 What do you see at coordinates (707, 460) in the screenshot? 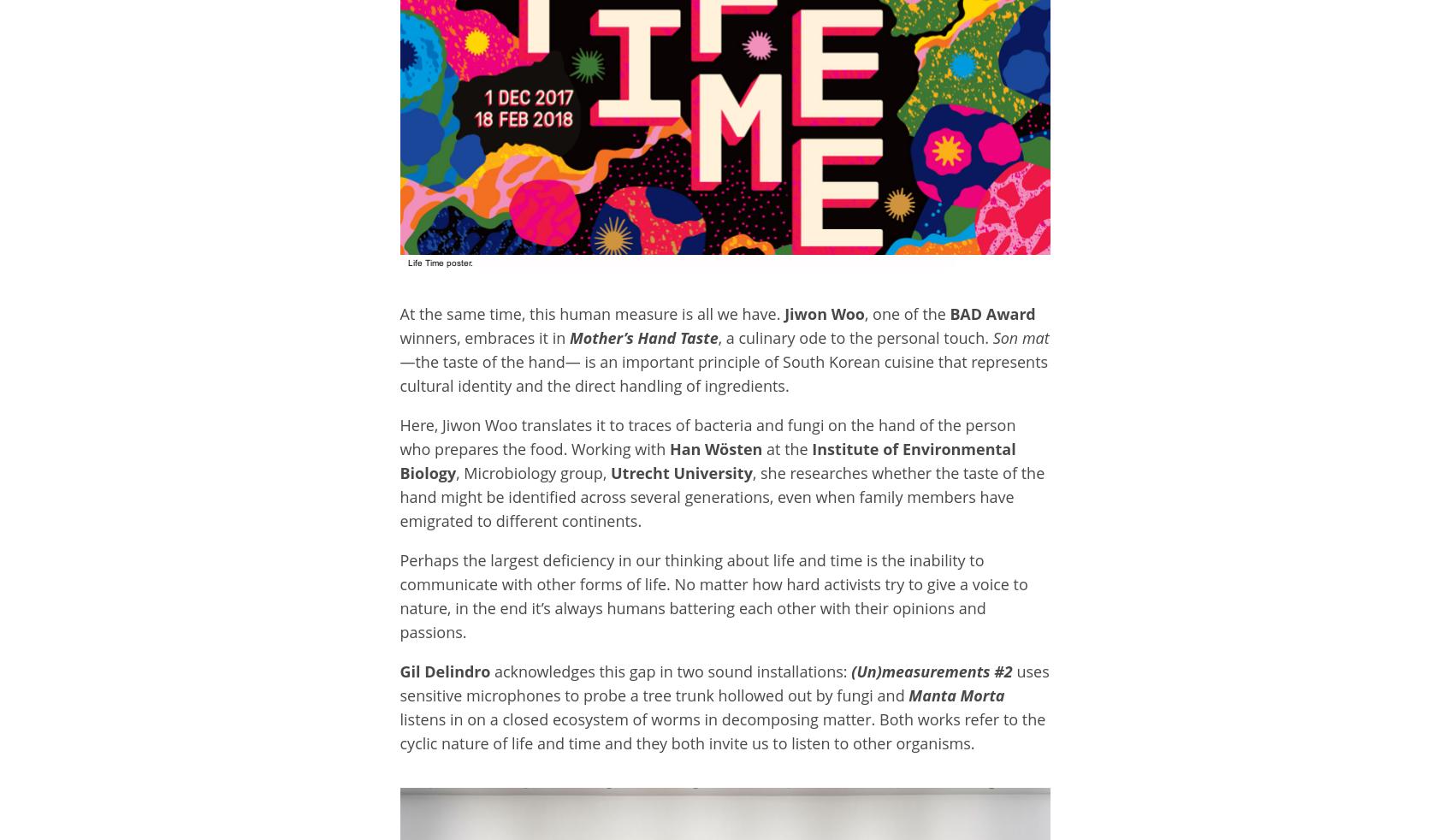
I see `'Institute of Environmental Biology'` at bounding box center [707, 460].